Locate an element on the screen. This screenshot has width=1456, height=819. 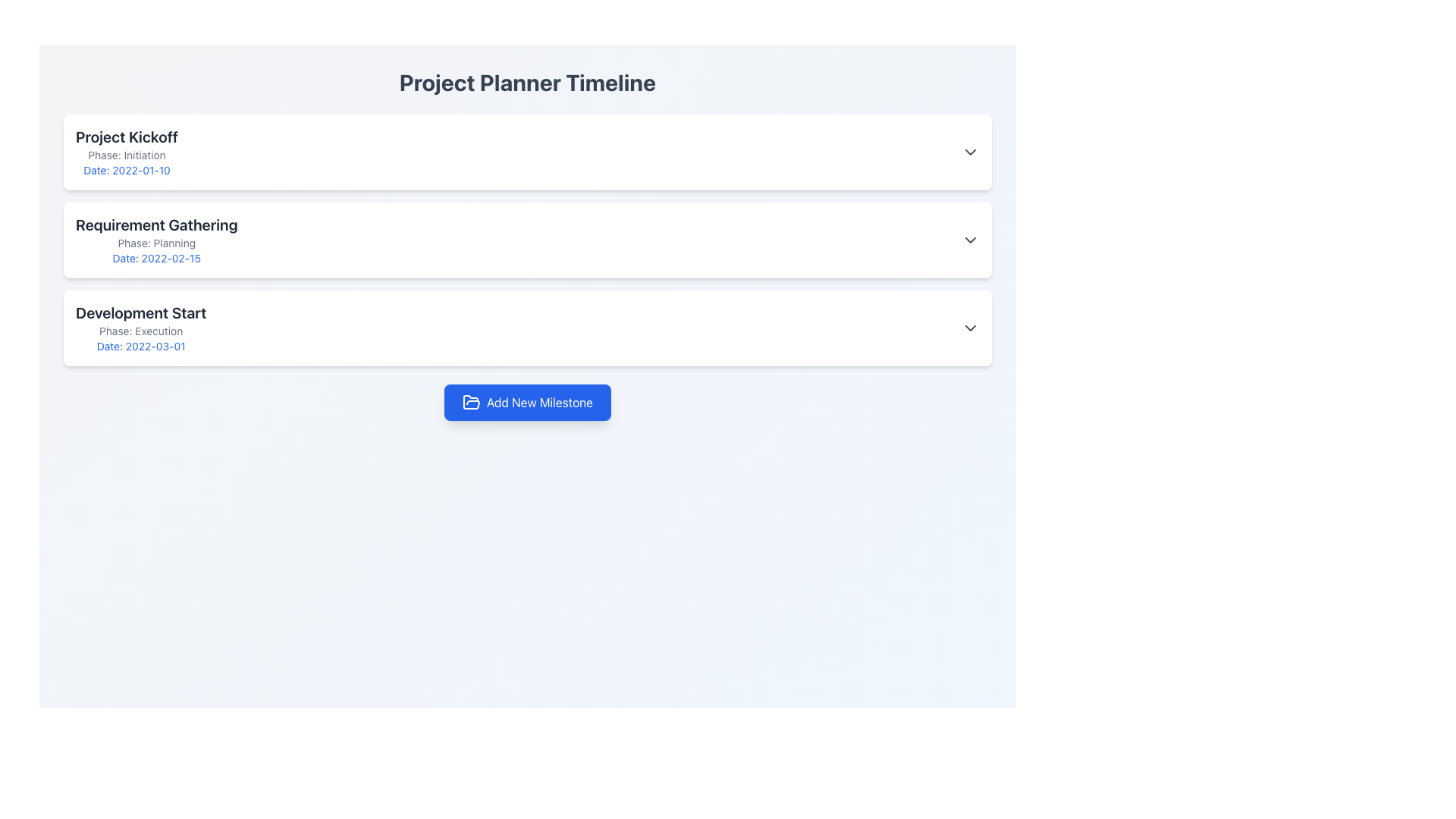
the static text element displaying 'Project Planner Timeline', which is bold, large, and dark gray, located at the top center of the view is located at coordinates (528, 91).